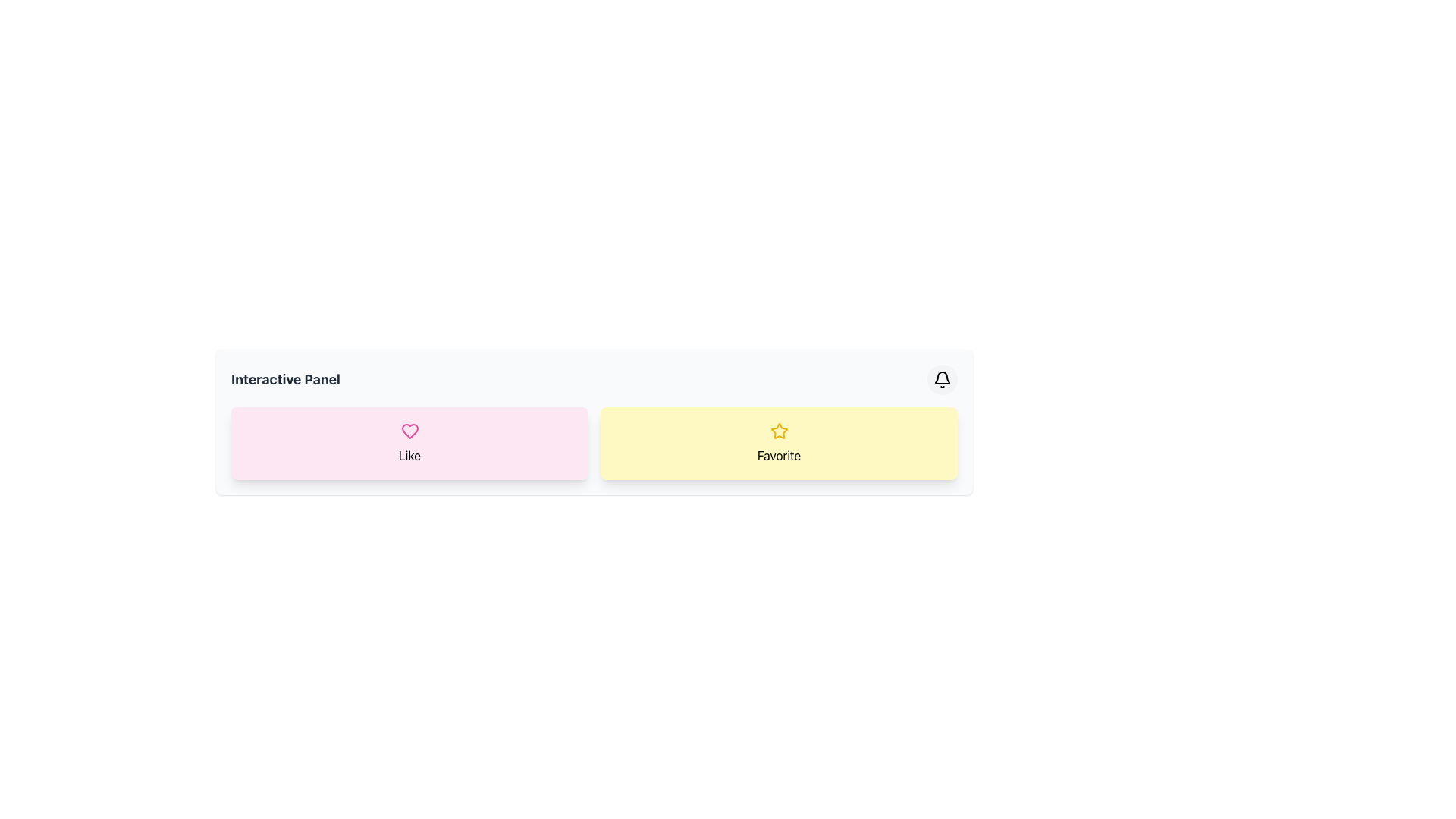  What do you see at coordinates (942, 379) in the screenshot?
I see `the bell icon in the top-right corner of the interactive panel, which has a light gray circular background` at bounding box center [942, 379].